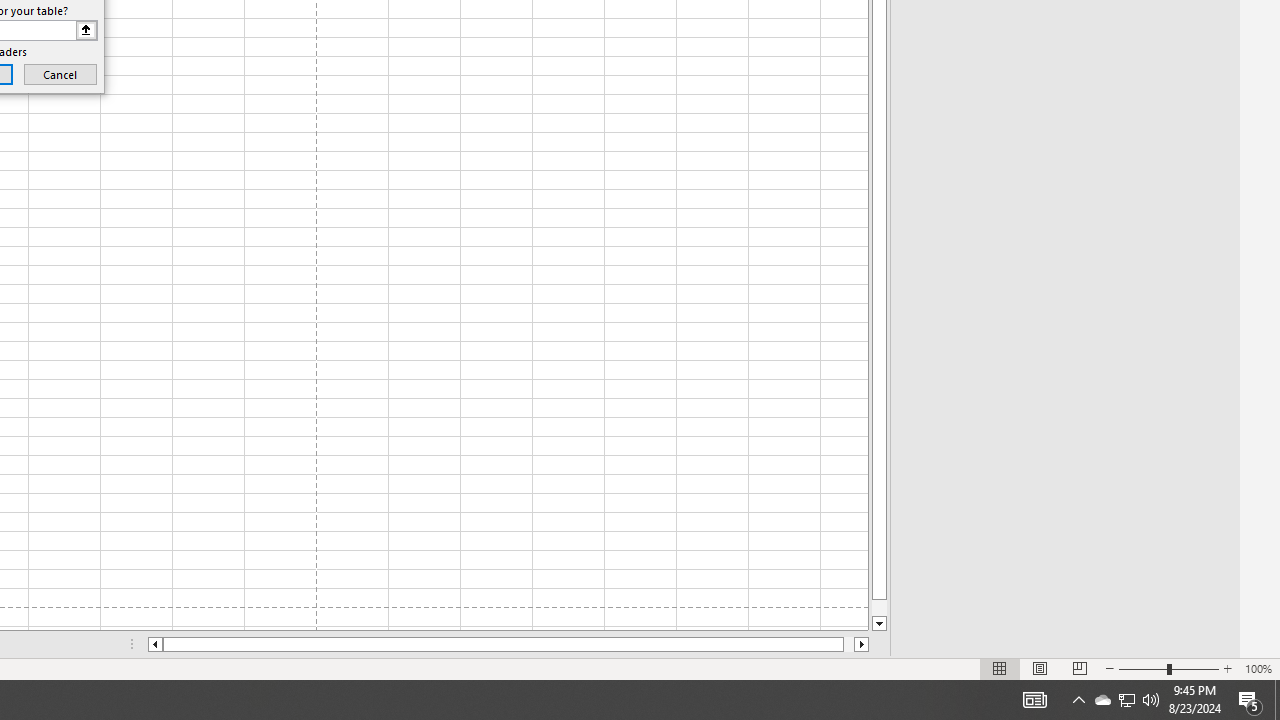 The height and width of the screenshot is (720, 1280). I want to click on 'Page Layout', so click(1040, 669).